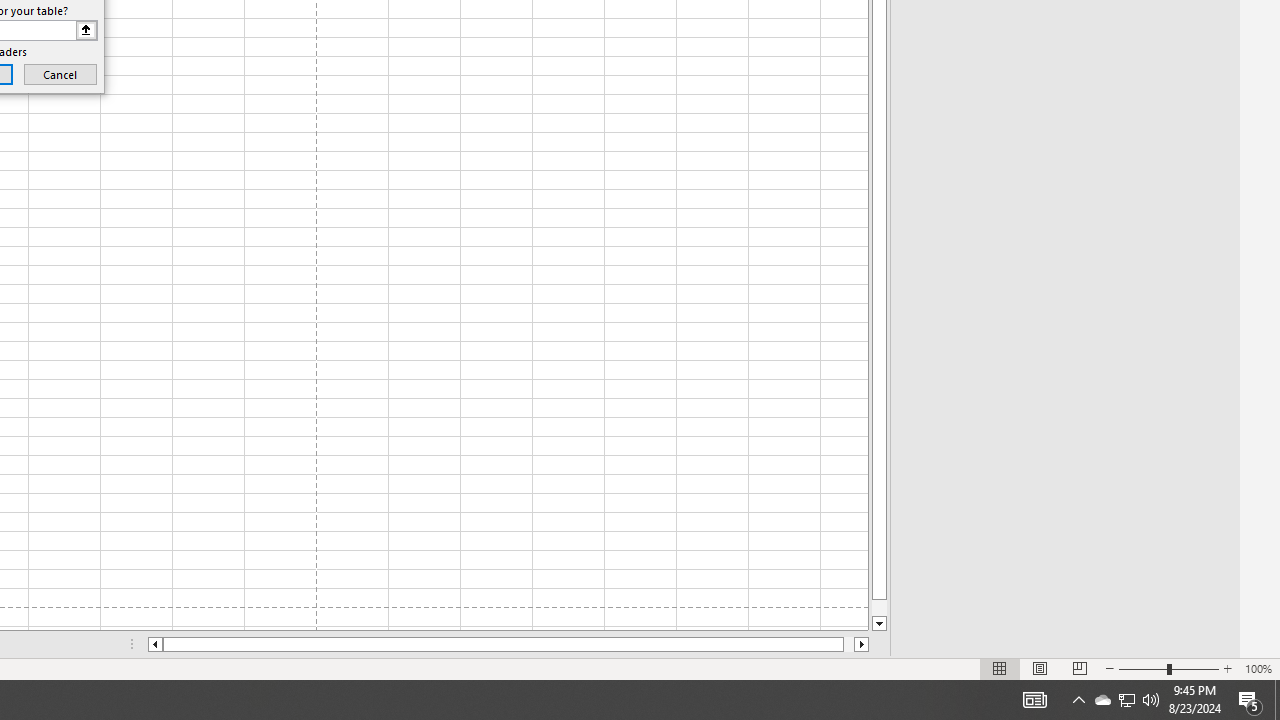 The height and width of the screenshot is (720, 1280). I want to click on 'Page Layout', so click(1040, 669).